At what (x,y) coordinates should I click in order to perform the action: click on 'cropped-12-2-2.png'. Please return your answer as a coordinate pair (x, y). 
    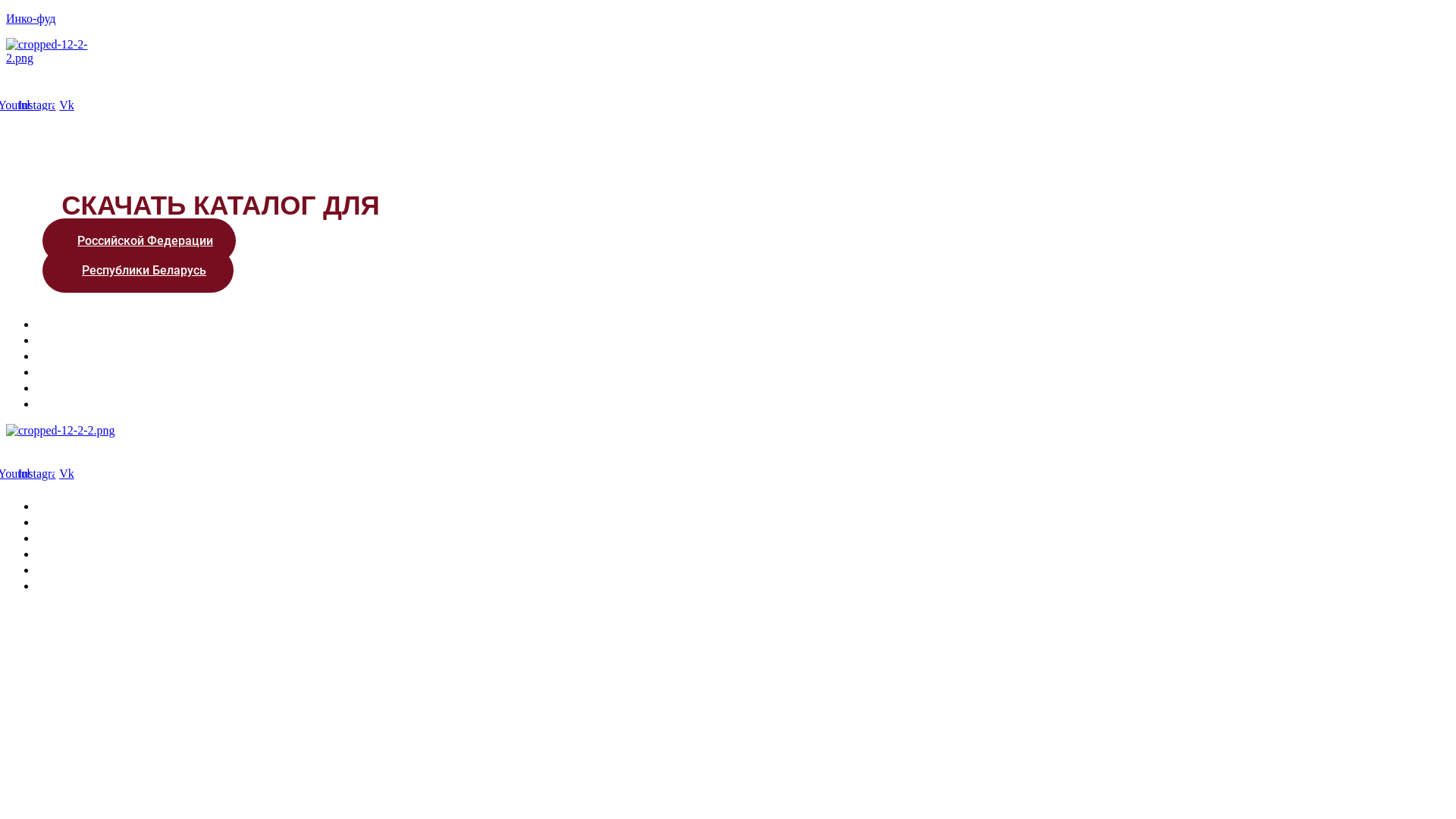
    Looking at the image, I should click on (58, 51).